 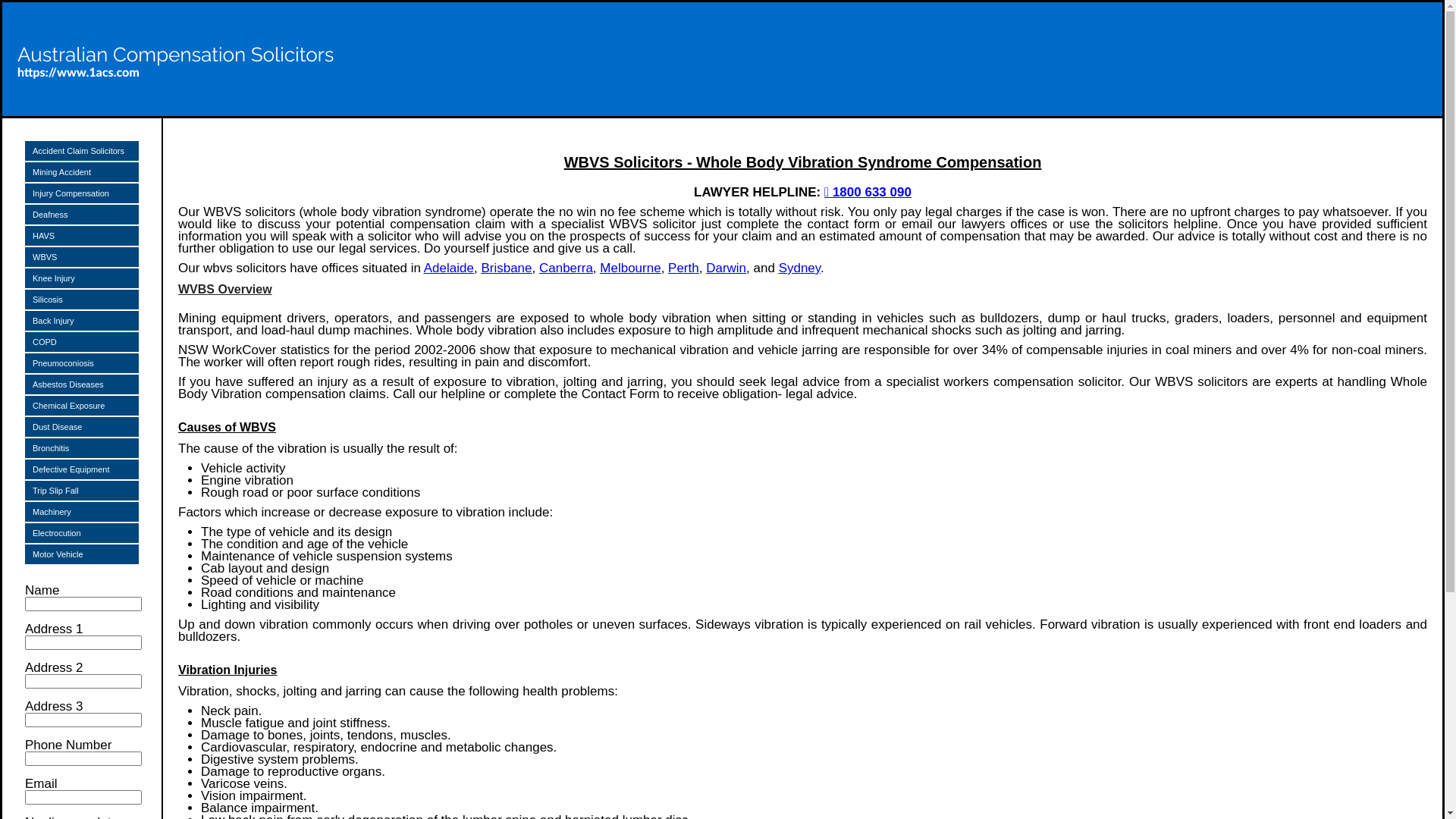 I want to click on 'Adelaide', so click(x=447, y=267).